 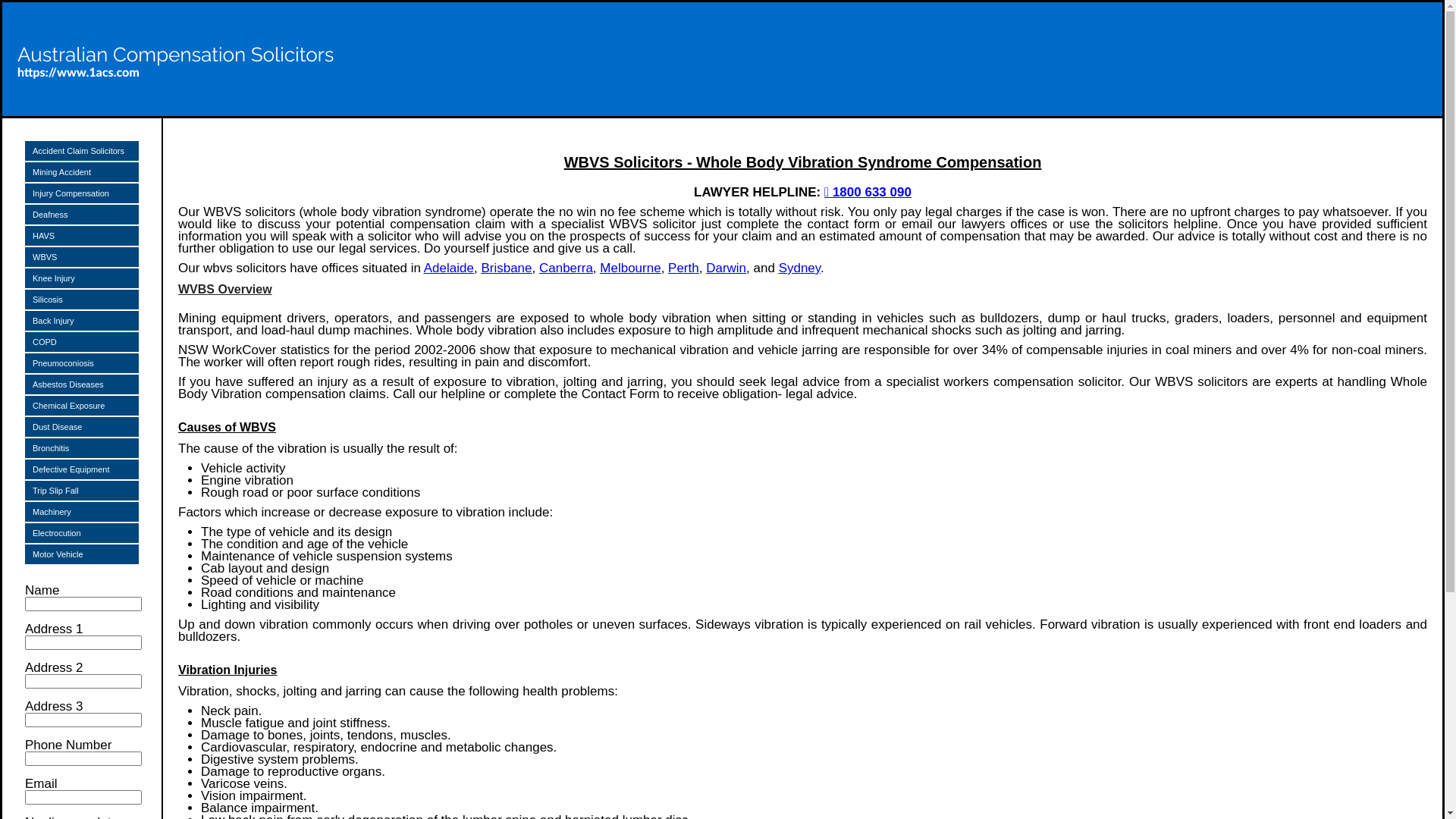 I want to click on 'Adelaide', so click(x=447, y=267).